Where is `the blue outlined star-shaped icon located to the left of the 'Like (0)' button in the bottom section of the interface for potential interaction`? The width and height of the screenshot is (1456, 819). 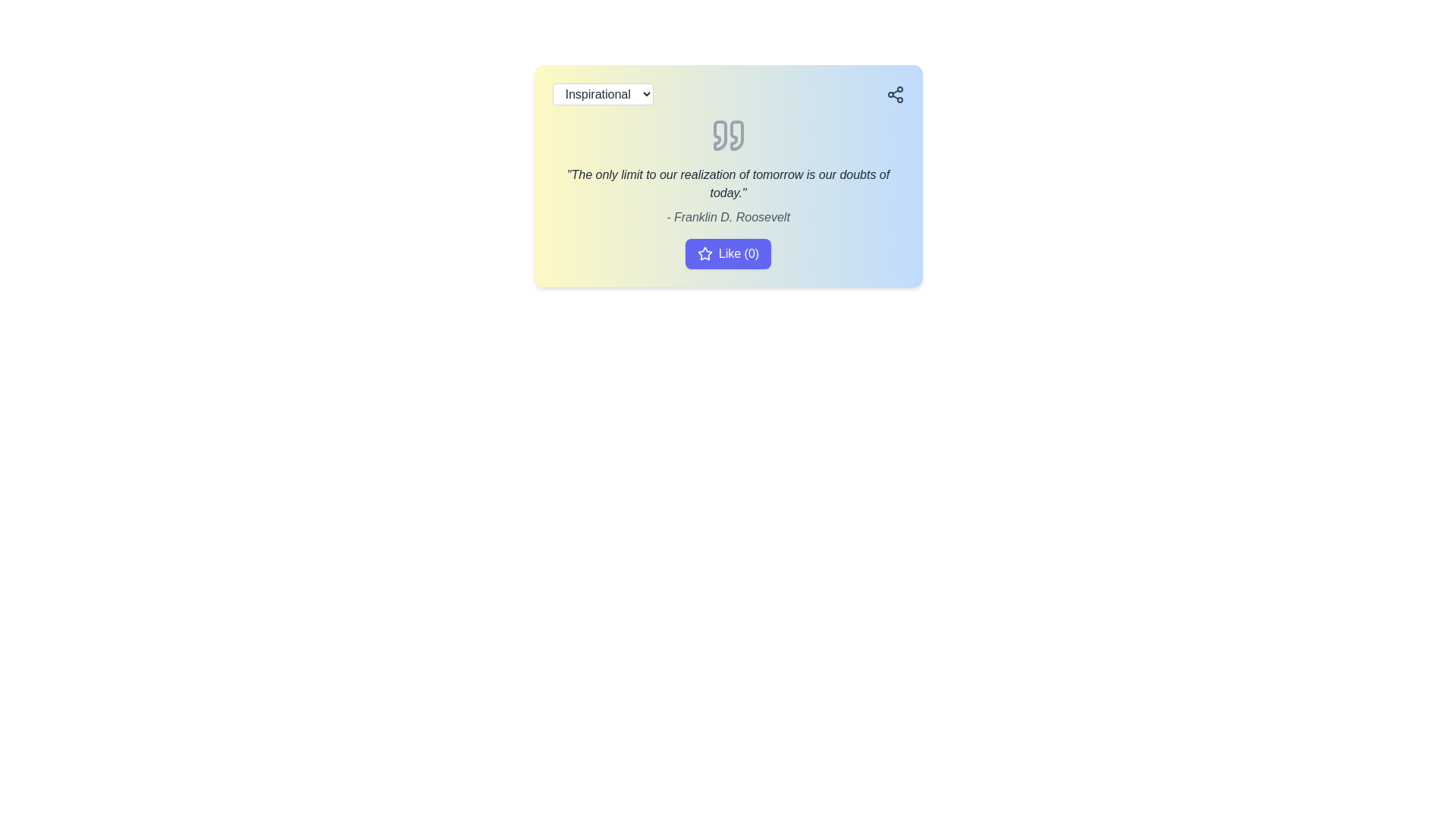 the blue outlined star-shaped icon located to the left of the 'Like (0)' button in the bottom section of the interface for potential interaction is located at coordinates (704, 253).